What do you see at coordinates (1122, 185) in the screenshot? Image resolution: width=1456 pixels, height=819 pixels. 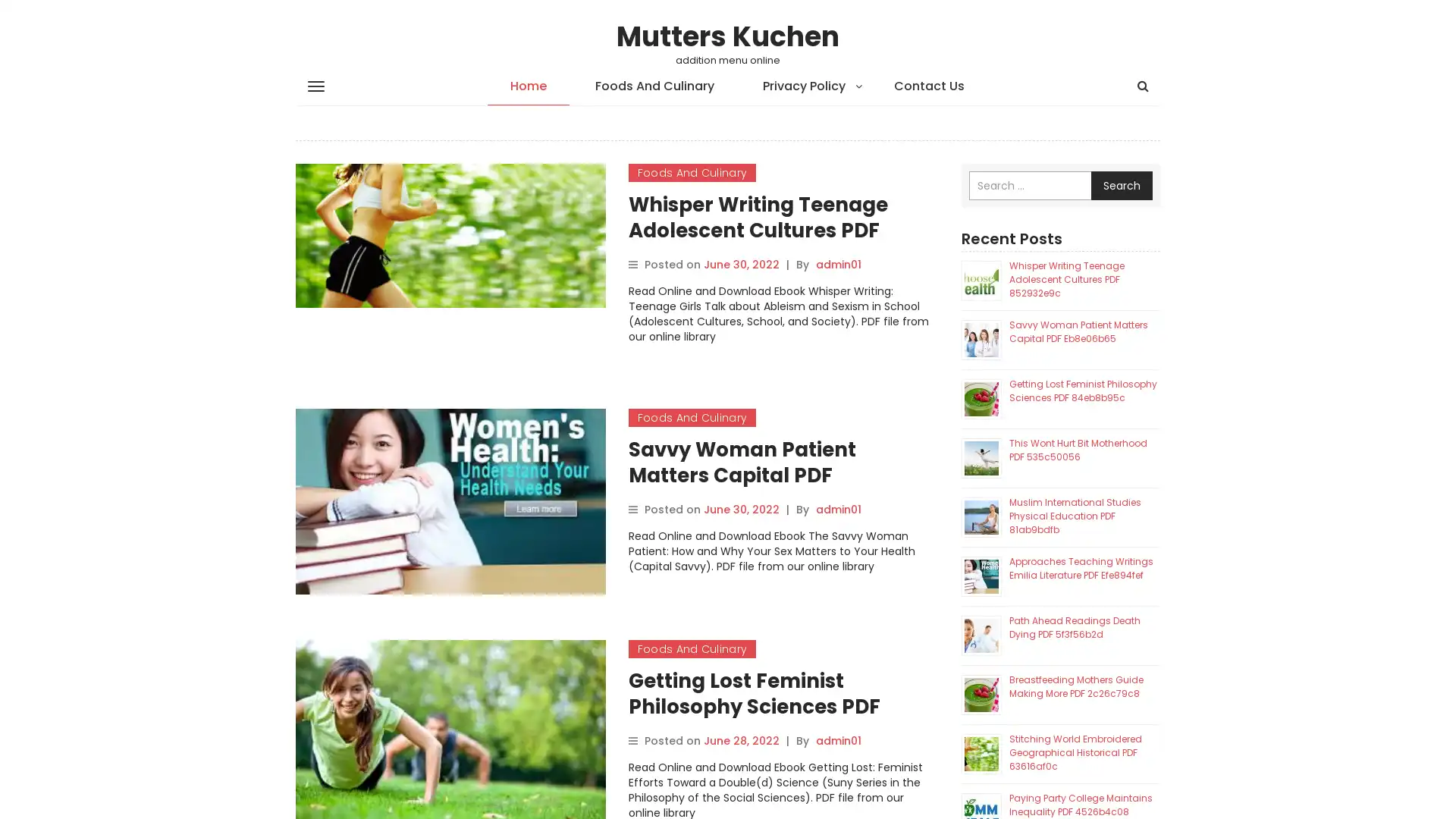 I see `Search` at bounding box center [1122, 185].